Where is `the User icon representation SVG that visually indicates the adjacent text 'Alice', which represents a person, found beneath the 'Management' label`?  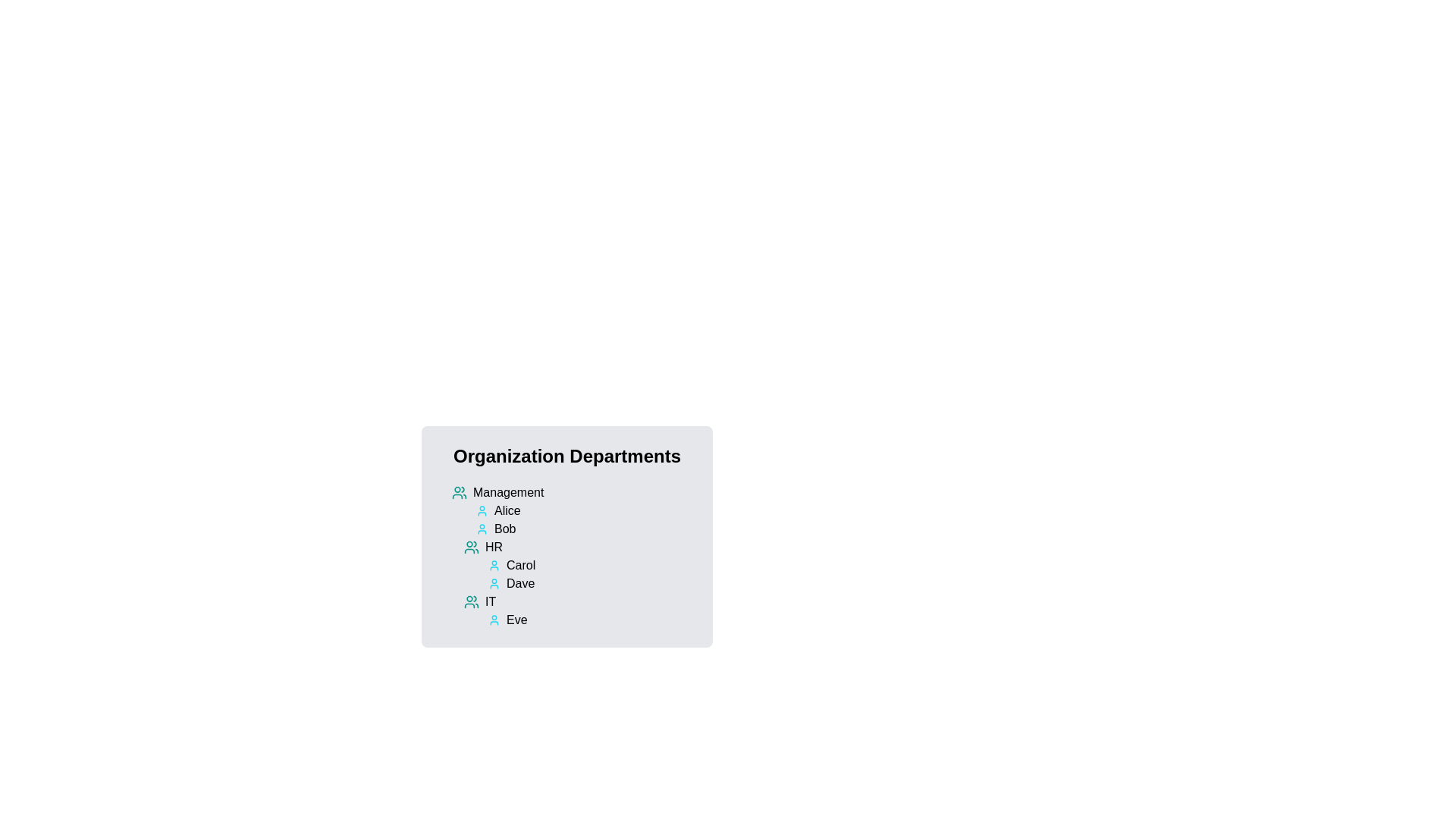 the User icon representation SVG that visually indicates the adjacent text 'Alice', which represents a person, found beneath the 'Management' label is located at coordinates (481, 511).